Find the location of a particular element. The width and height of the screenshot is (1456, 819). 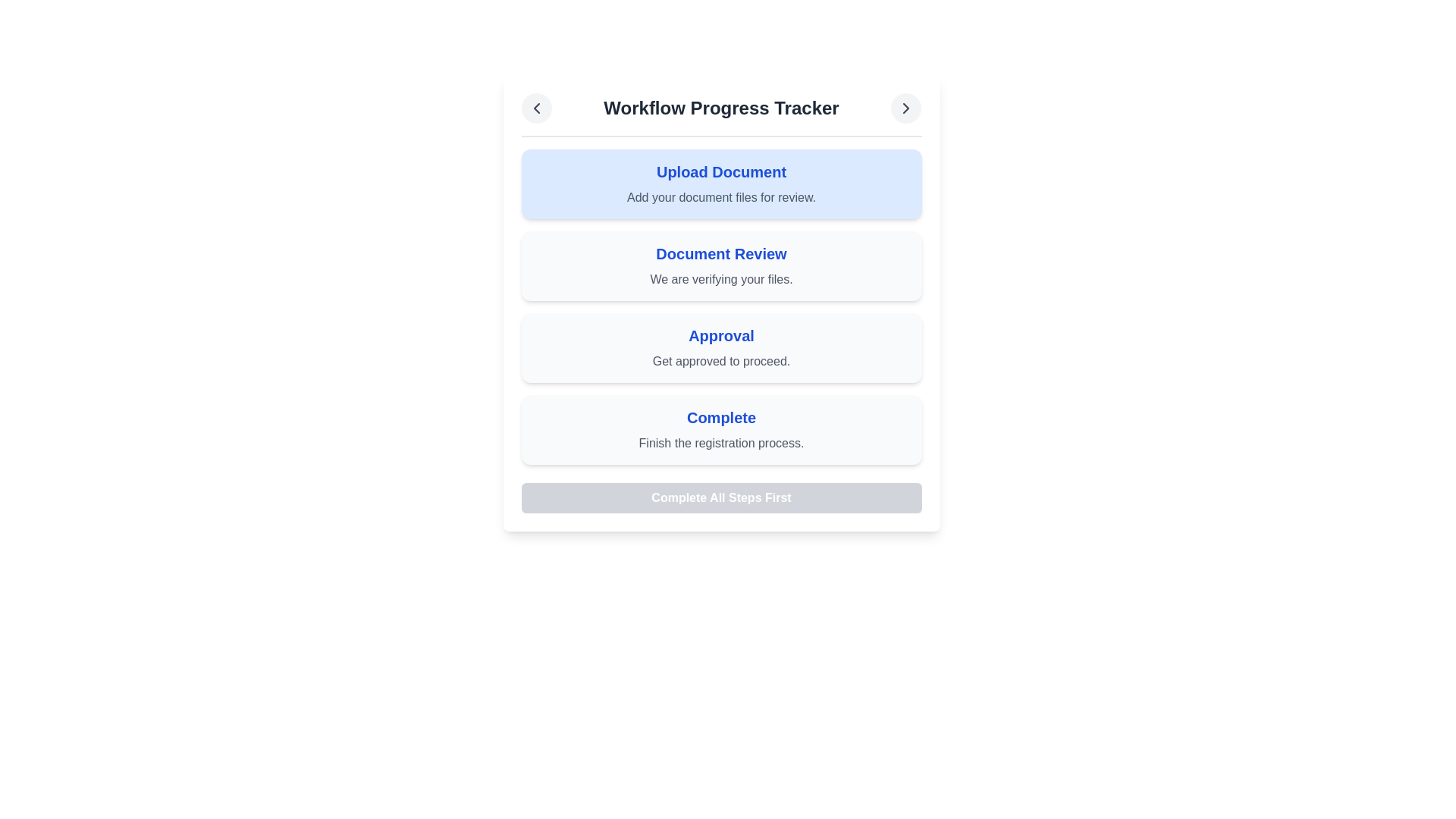

the left-pointing chevron button located on the left side of the header labeled 'Workflow Progress Tracker' is located at coordinates (536, 107).